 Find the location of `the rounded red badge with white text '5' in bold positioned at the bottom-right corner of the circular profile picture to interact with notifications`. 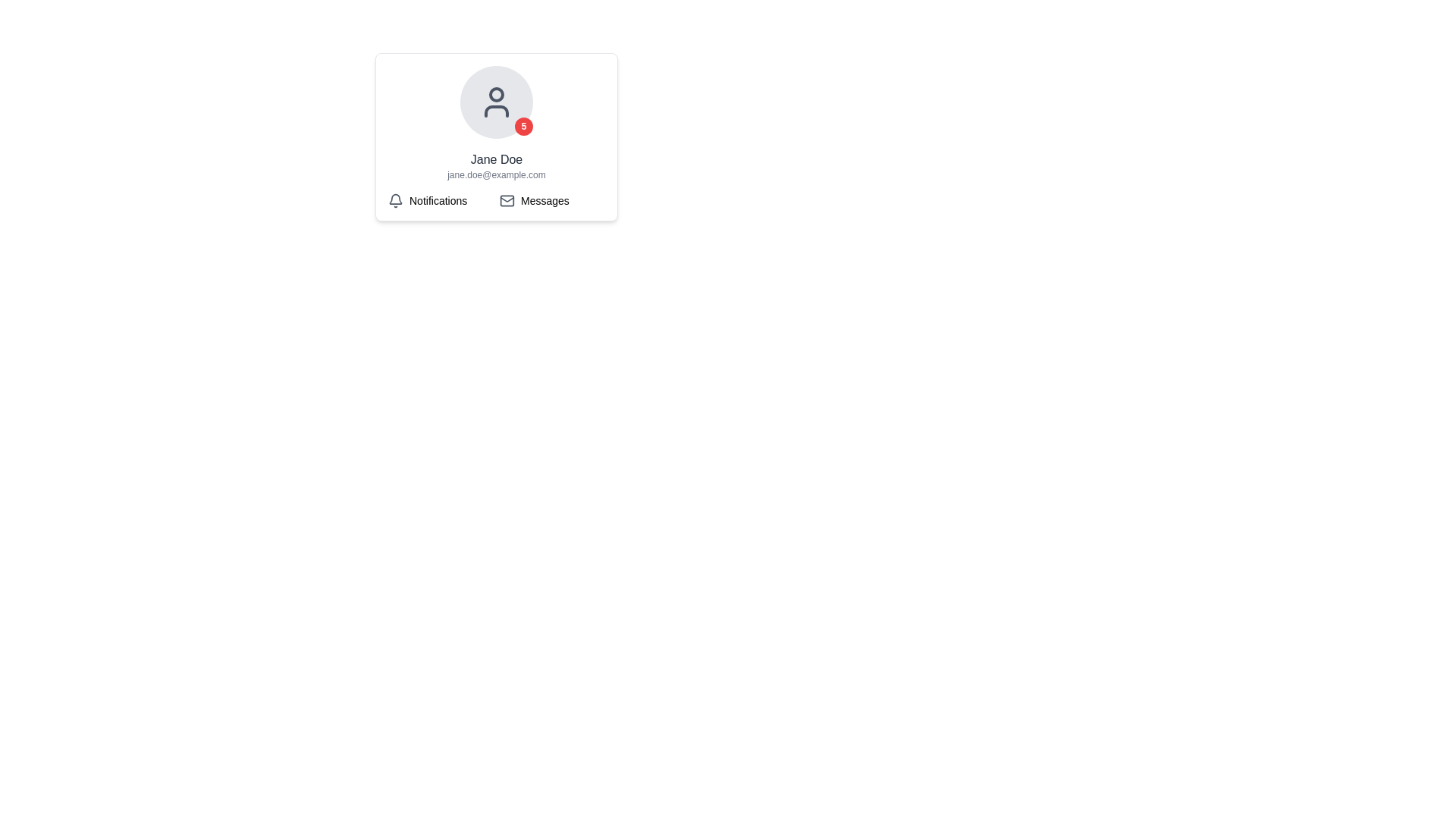

the rounded red badge with white text '5' in bold positioned at the bottom-right corner of the circular profile picture to interact with notifications is located at coordinates (524, 125).